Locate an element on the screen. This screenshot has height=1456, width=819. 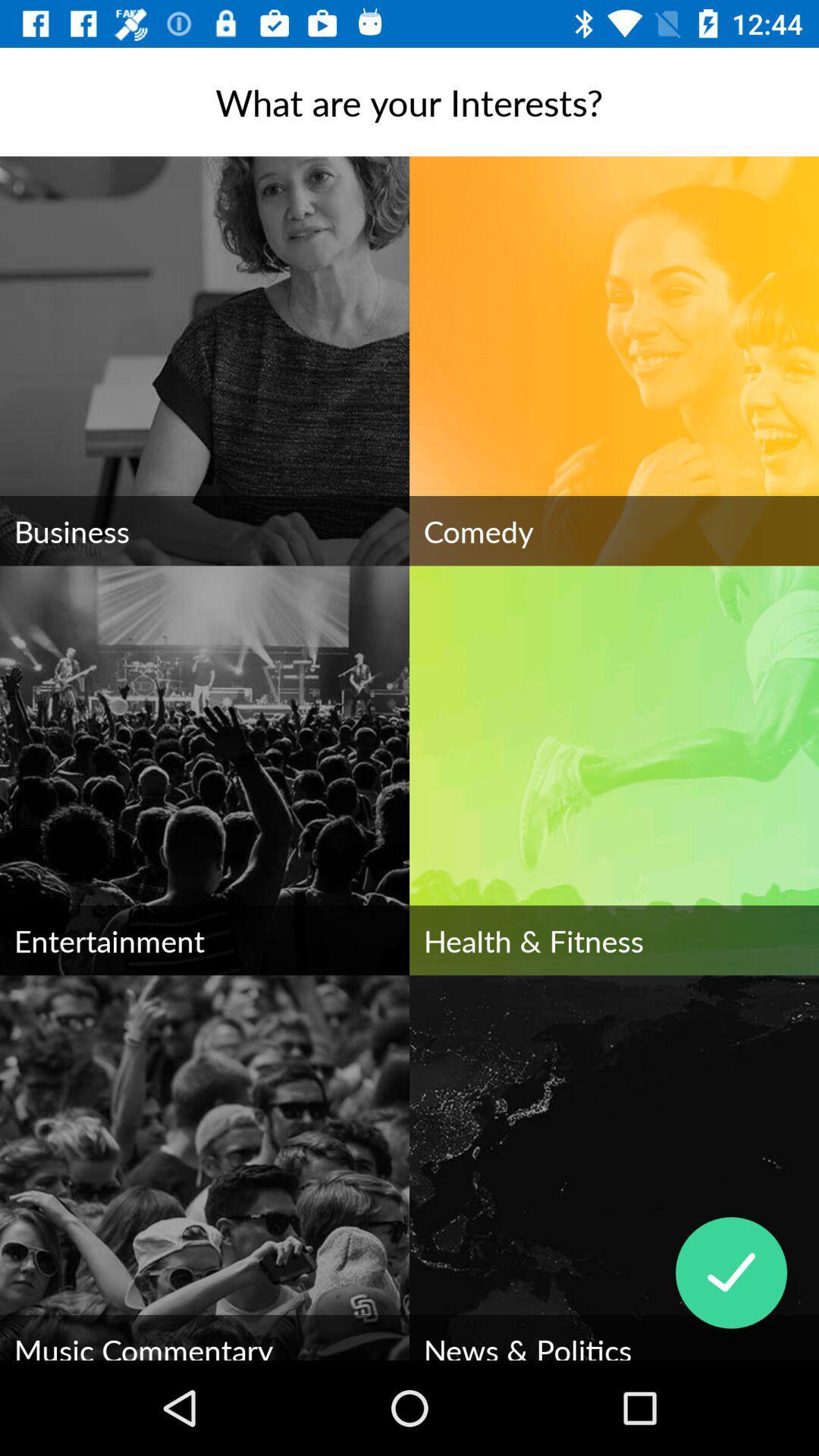
the check icon is located at coordinates (730, 1272).